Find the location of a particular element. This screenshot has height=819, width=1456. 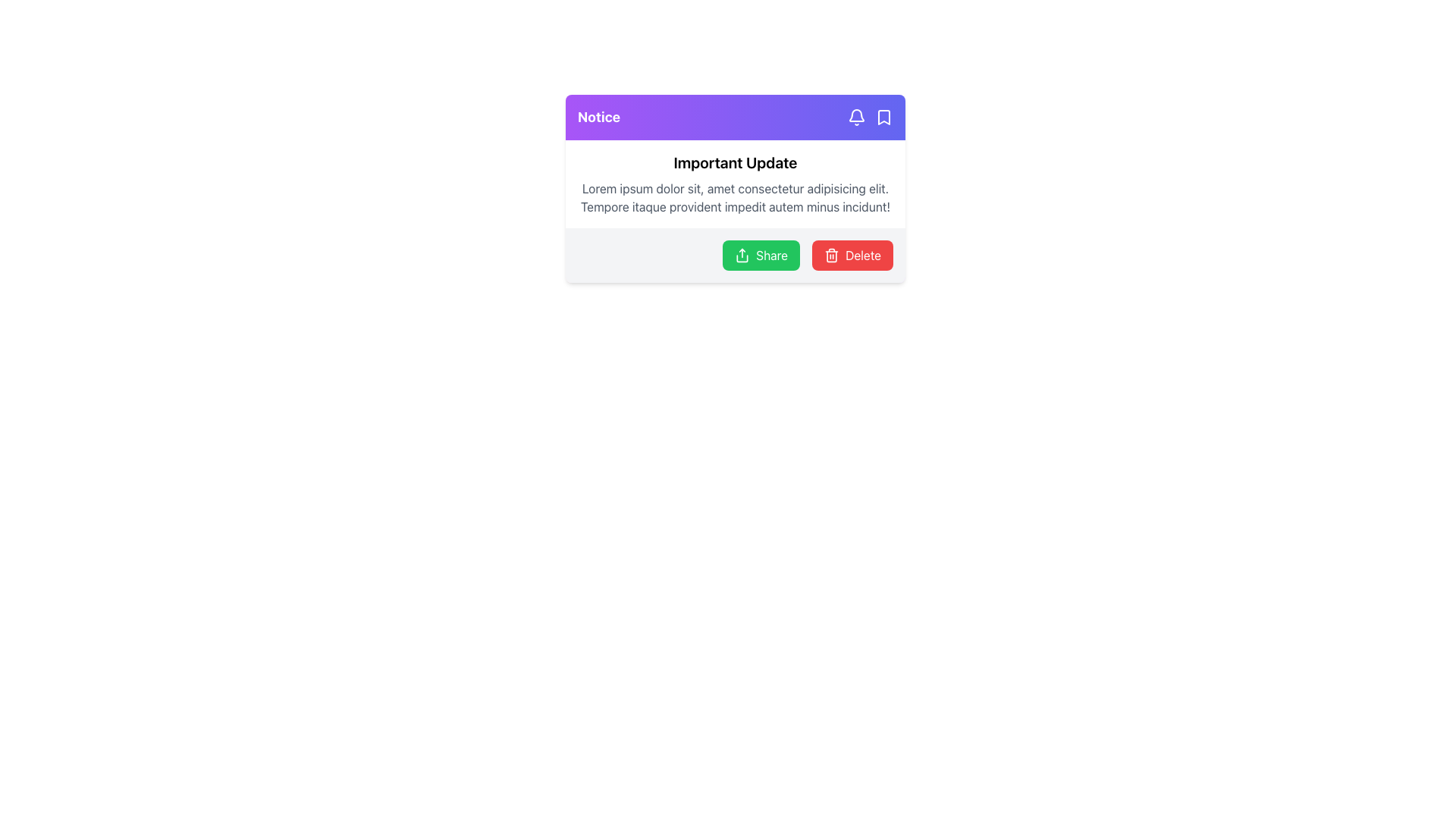

the bookmark icon located at the upper-right corner of the notification card, adjacent to the bell icon is located at coordinates (884, 116).